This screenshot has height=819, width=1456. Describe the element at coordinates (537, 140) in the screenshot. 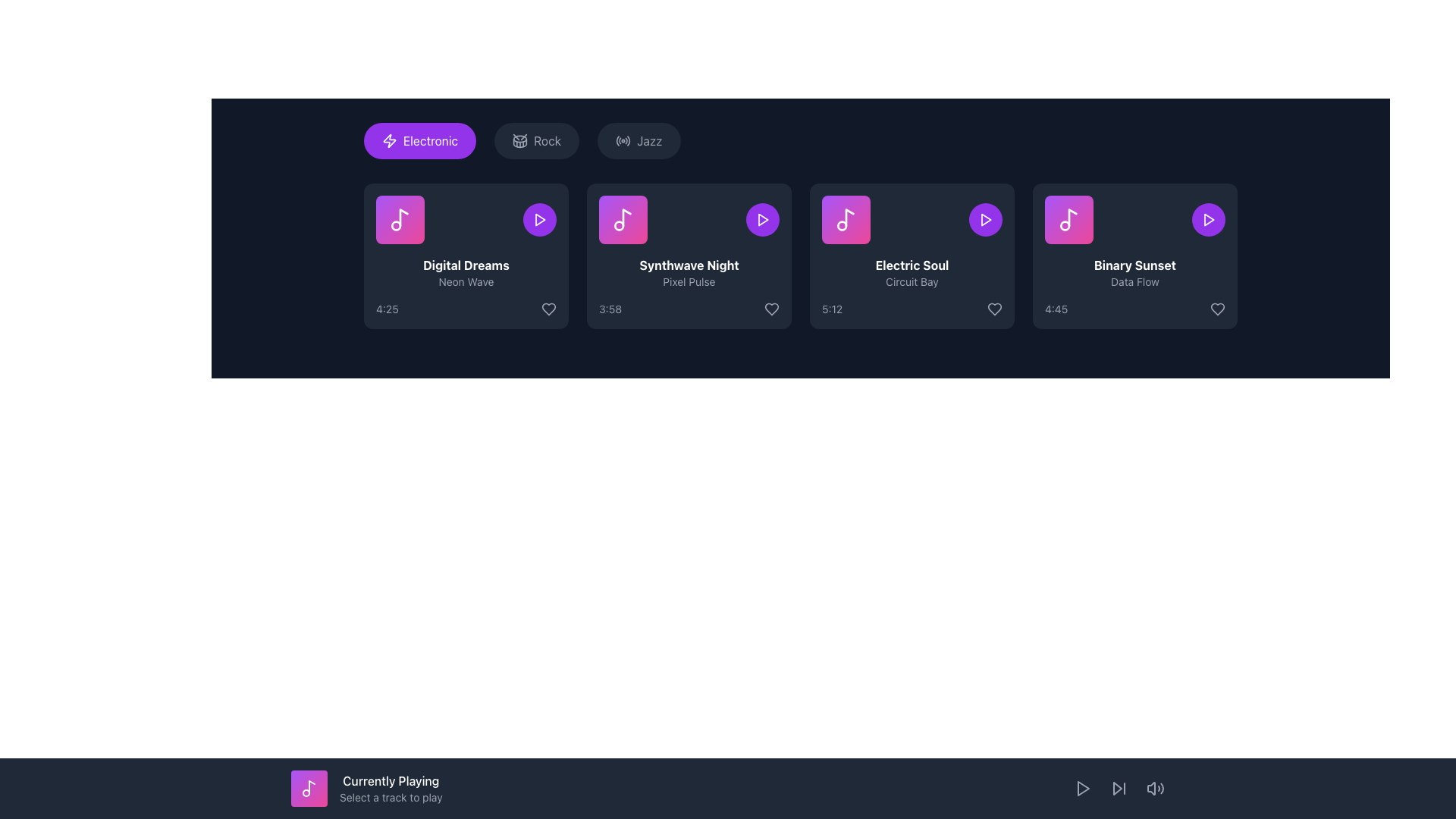

I see `the 'Rock' genre button located in the center of the horizontal navigation bar, positioned between 'Electronic' and 'Jazz' buttons` at that location.